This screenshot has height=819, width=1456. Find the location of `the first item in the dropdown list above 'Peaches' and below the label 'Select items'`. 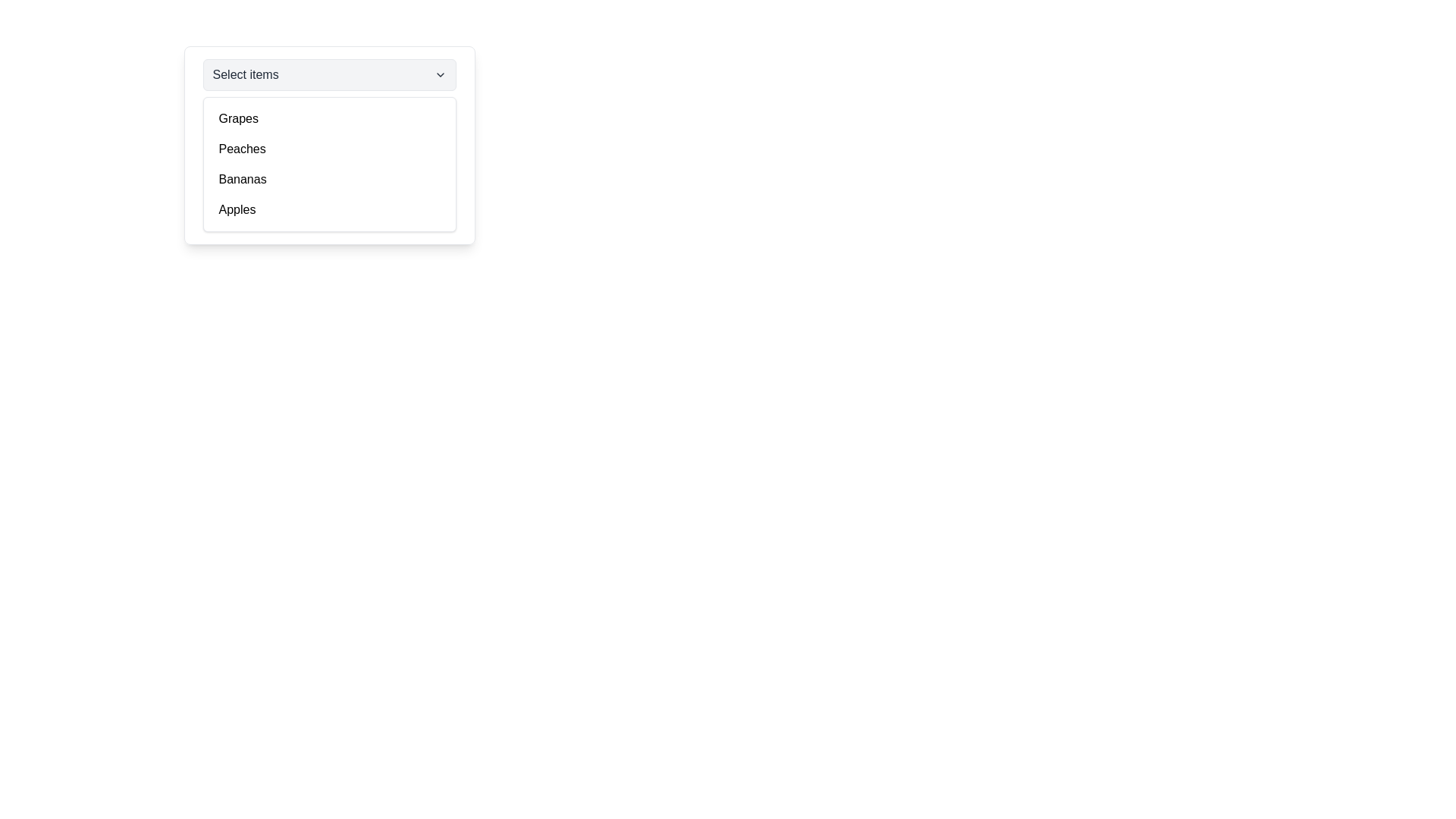

the first item in the dropdown list above 'Peaches' and below the label 'Select items' is located at coordinates (237, 118).